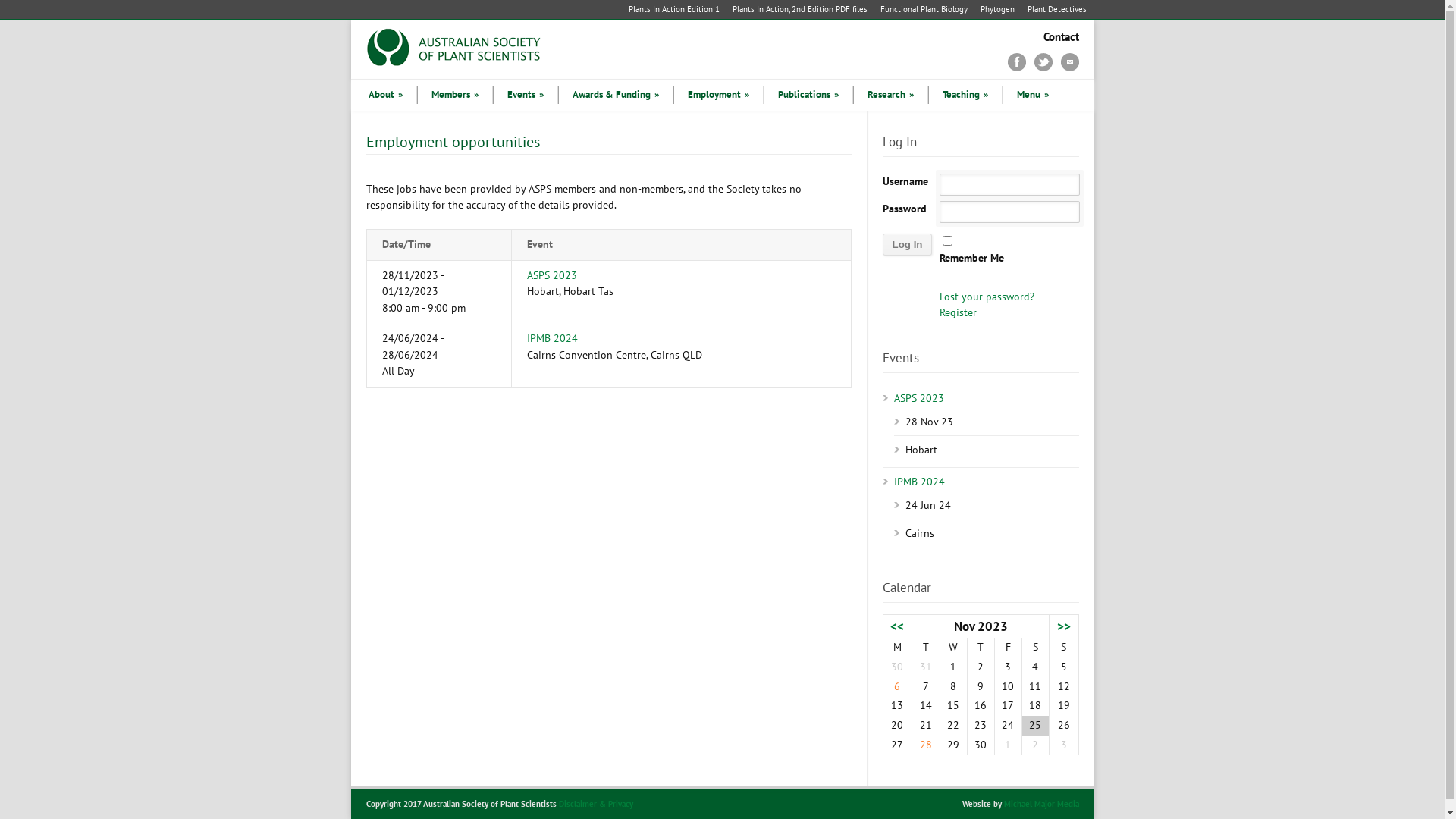 The width and height of the screenshot is (1456, 819). I want to click on 'Disclaimer & Privacy', so click(595, 803).